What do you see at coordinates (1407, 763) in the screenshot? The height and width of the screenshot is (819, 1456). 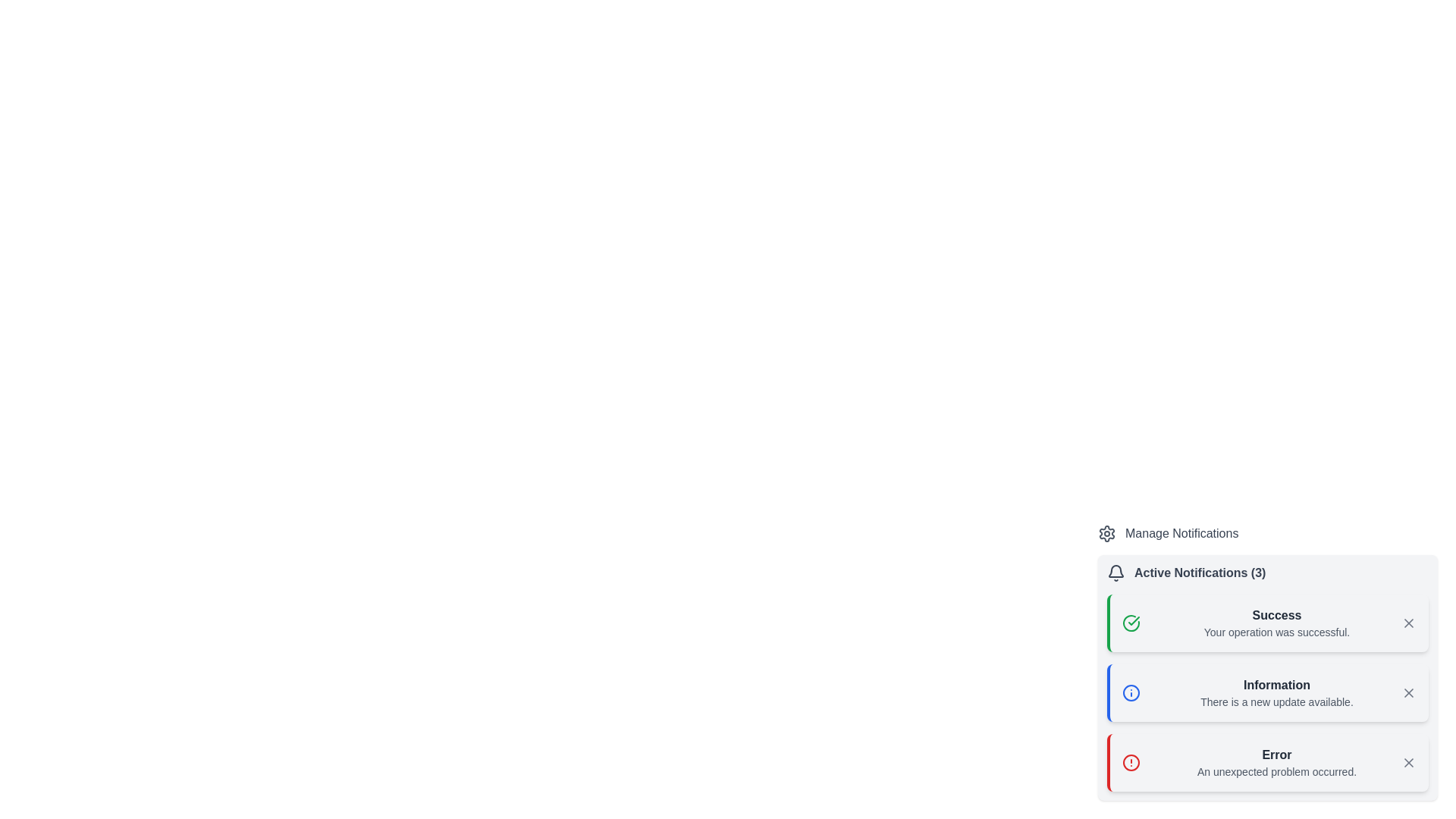 I see `the close button located in the top-right corner of the error notification box` at bounding box center [1407, 763].